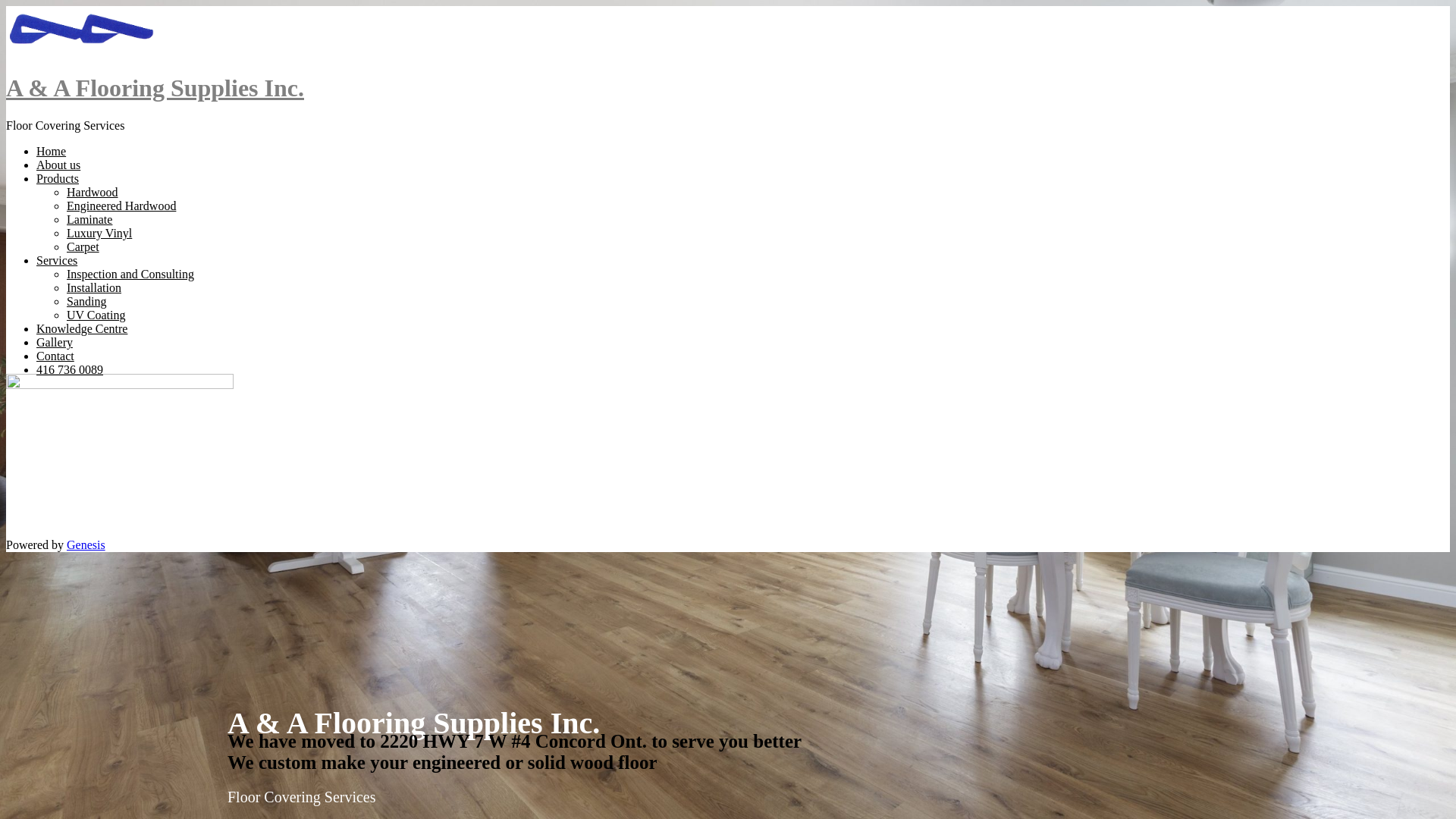 The width and height of the screenshot is (1456, 819). Describe the element at coordinates (130, 274) in the screenshot. I see `'Inspection and Consulting'` at that location.